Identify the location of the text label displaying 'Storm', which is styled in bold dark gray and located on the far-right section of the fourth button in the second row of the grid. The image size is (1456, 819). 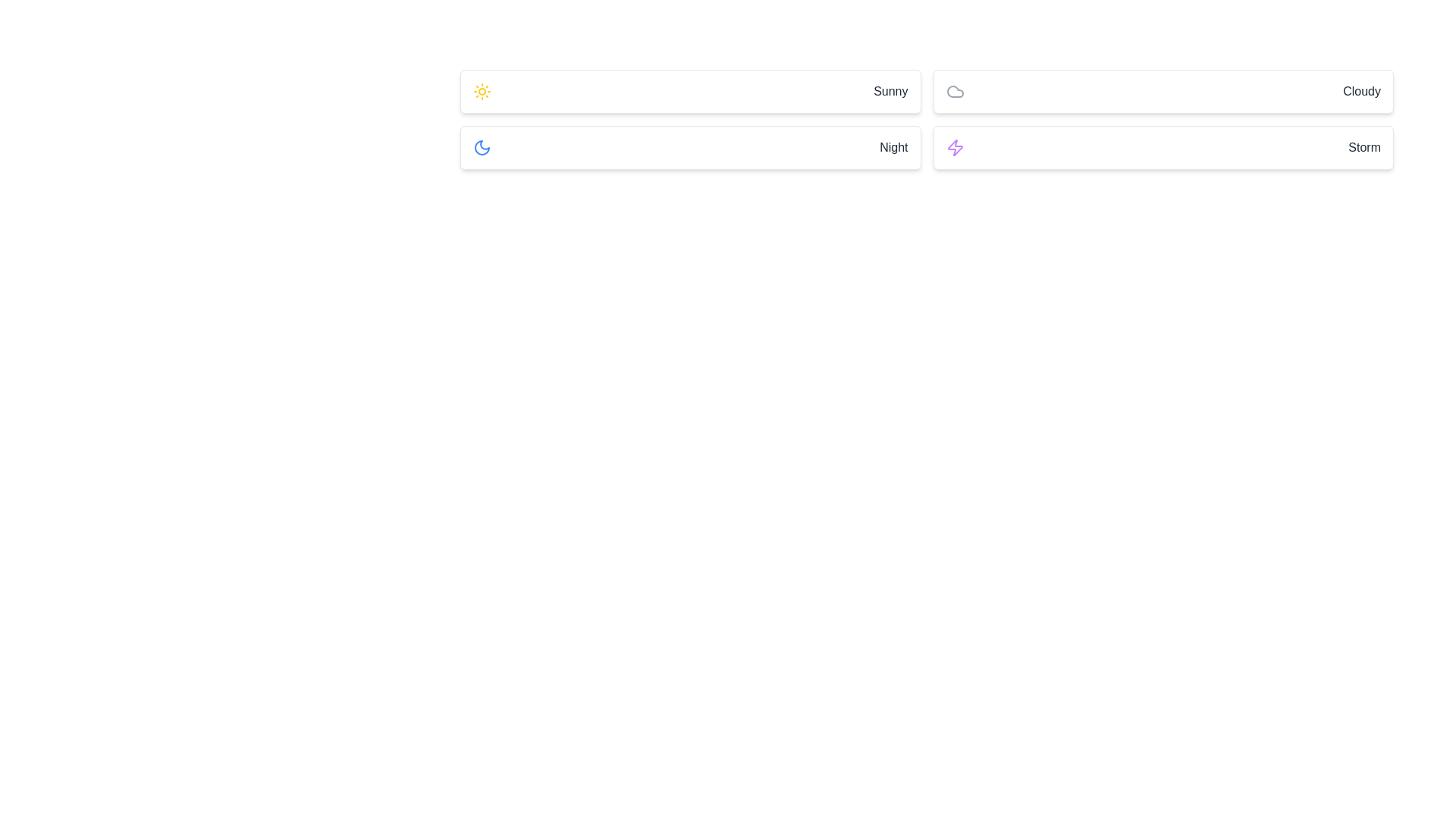
(1364, 148).